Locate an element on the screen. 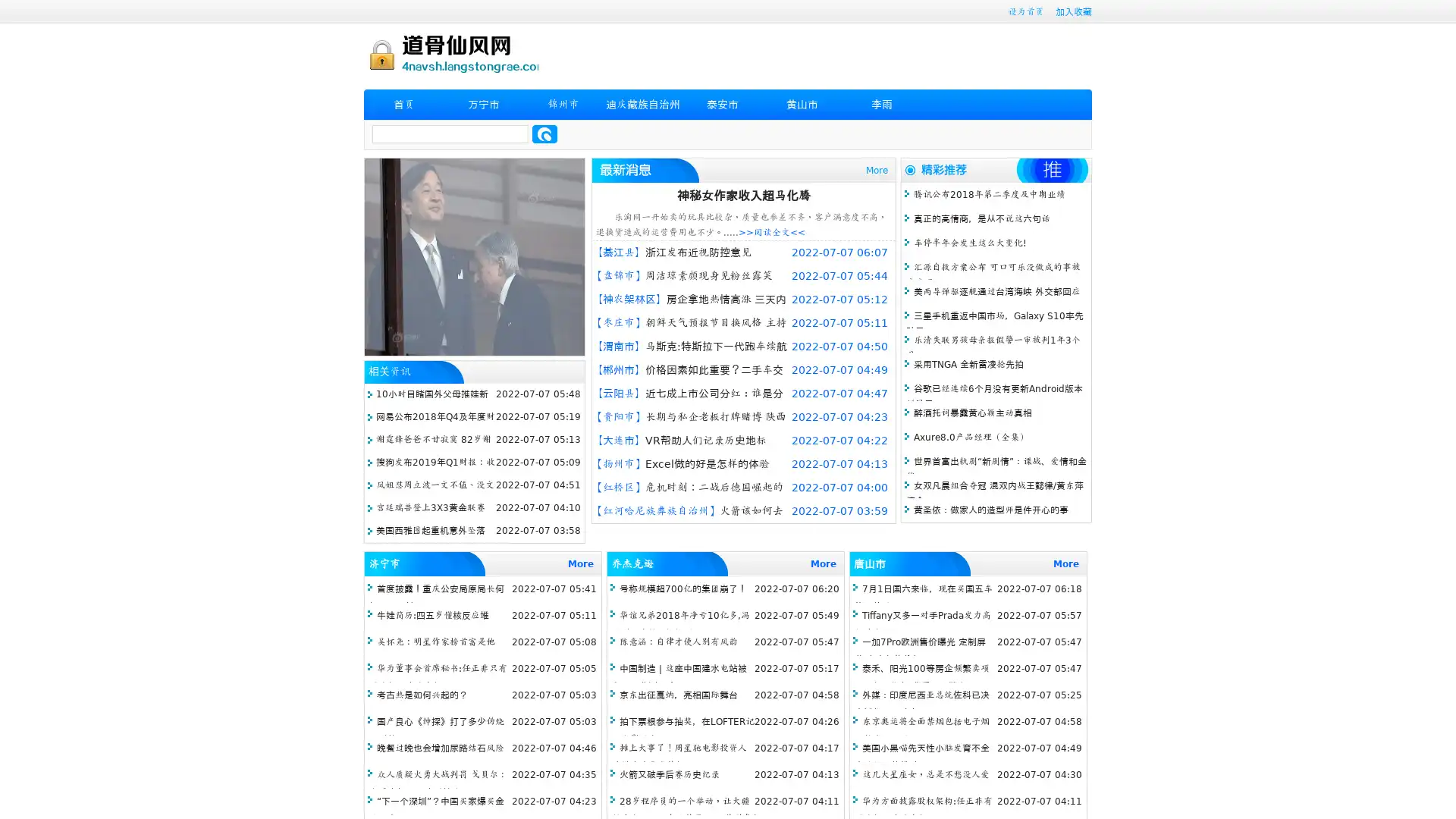 The height and width of the screenshot is (819, 1456). Search is located at coordinates (544, 133).